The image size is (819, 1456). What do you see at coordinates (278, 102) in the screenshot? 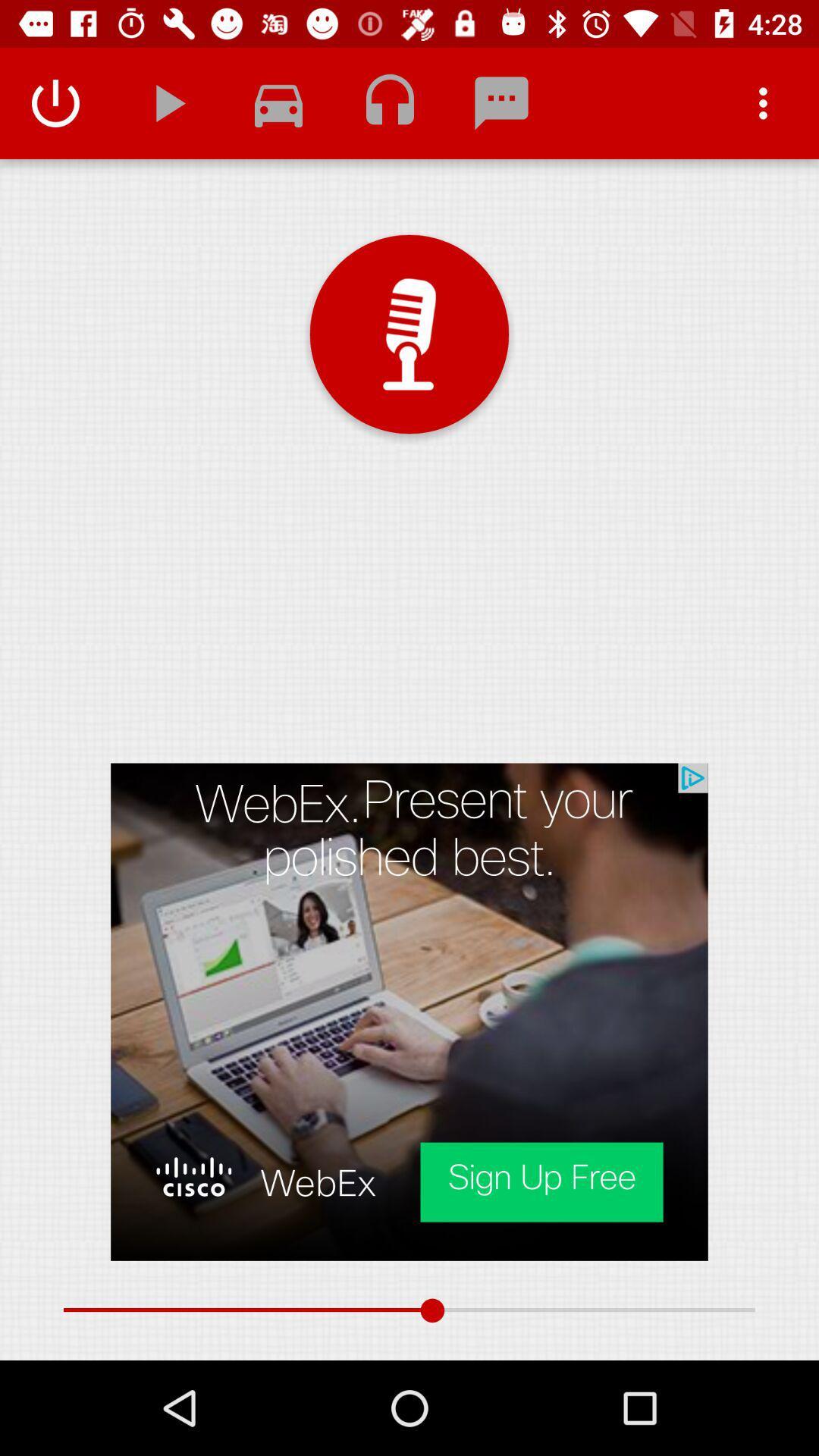
I see `the chat icon` at bounding box center [278, 102].